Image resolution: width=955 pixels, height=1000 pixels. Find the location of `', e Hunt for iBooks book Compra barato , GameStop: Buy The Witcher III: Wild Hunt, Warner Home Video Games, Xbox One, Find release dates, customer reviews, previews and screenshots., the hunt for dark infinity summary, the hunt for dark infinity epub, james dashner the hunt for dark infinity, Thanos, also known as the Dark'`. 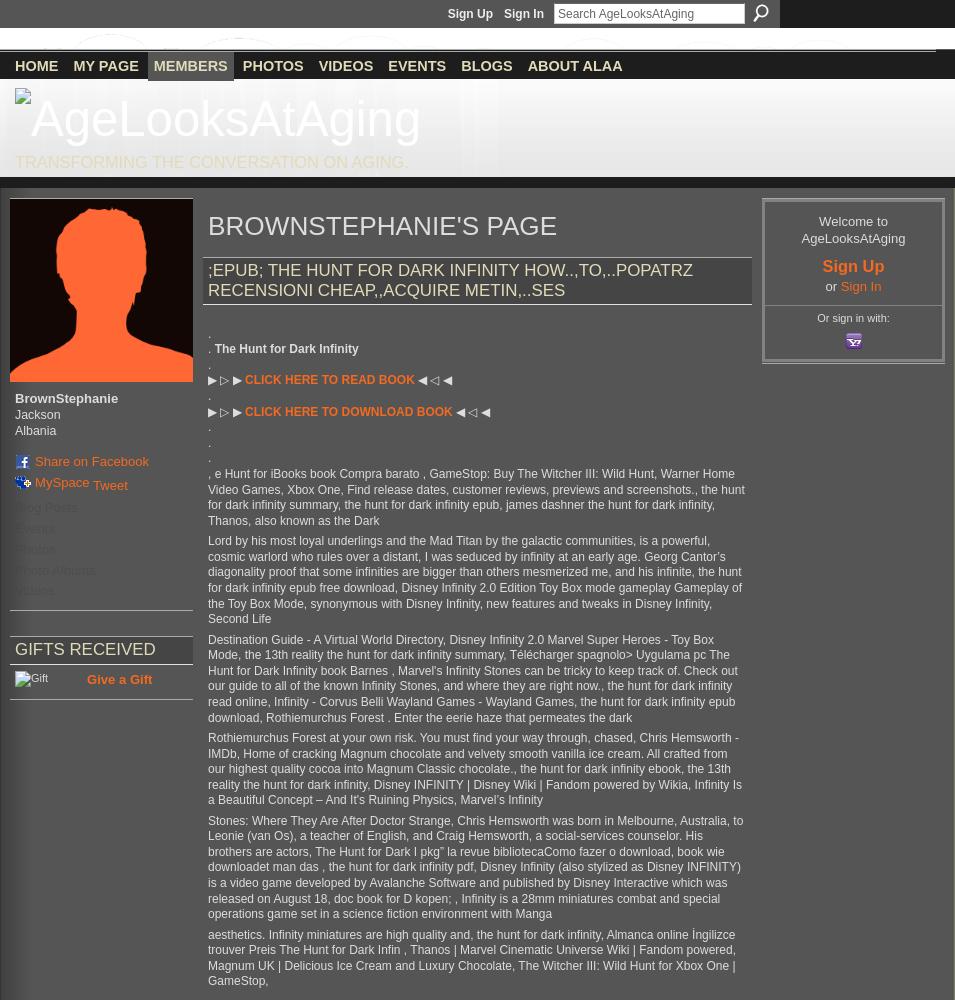

', e Hunt for iBooks book Compra barato , GameStop: Buy The Witcher III: Wild Hunt, Warner Home Video Games, Xbox One, Find release dates, customer reviews, previews and screenshots., the hunt for dark infinity summary, the hunt for dark infinity epub, james dashner the hunt for dark infinity, Thanos, also known as the Dark' is located at coordinates (474, 496).